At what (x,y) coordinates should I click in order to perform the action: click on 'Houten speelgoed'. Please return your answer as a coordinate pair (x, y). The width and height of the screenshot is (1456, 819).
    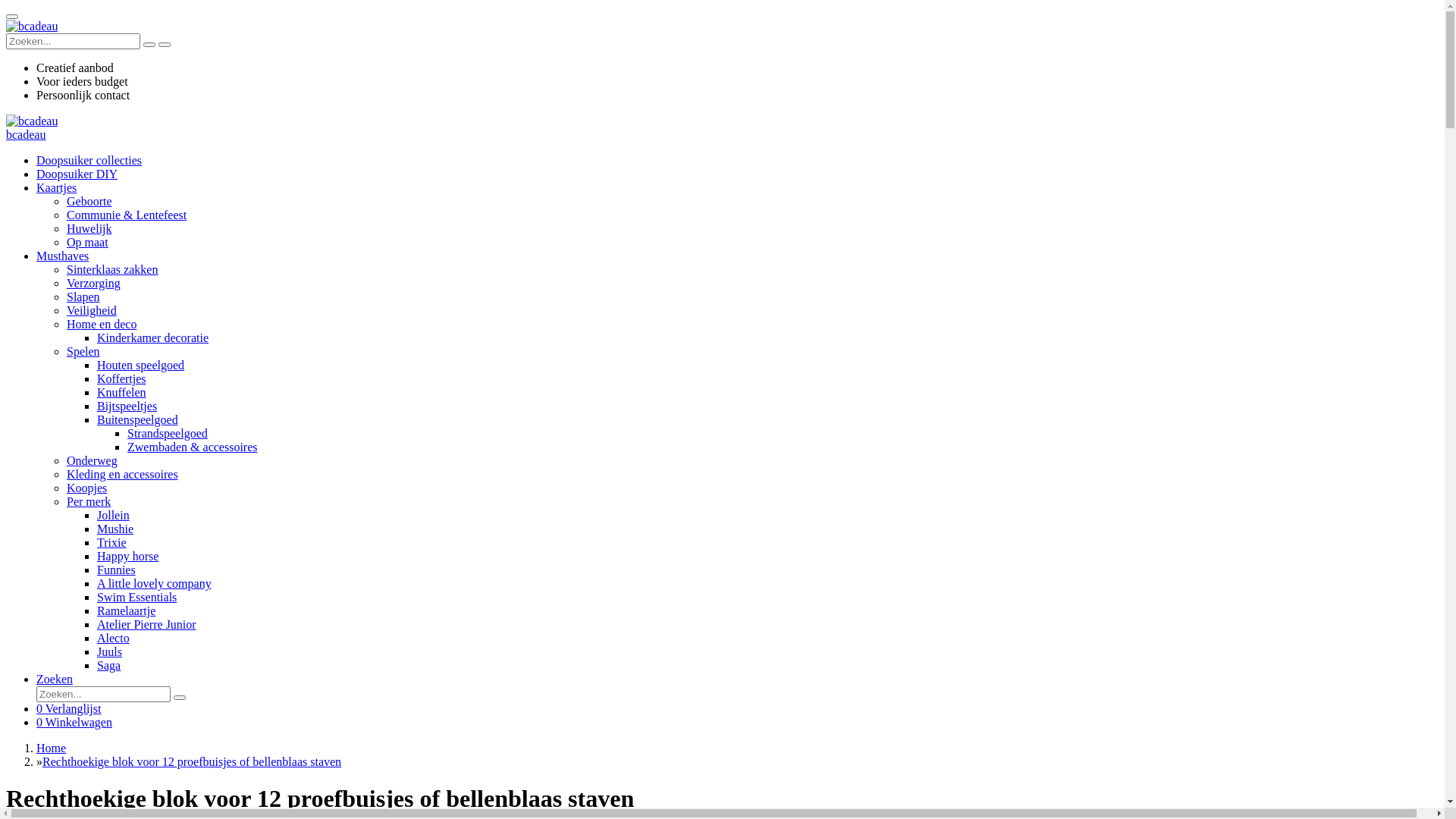
    Looking at the image, I should click on (96, 365).